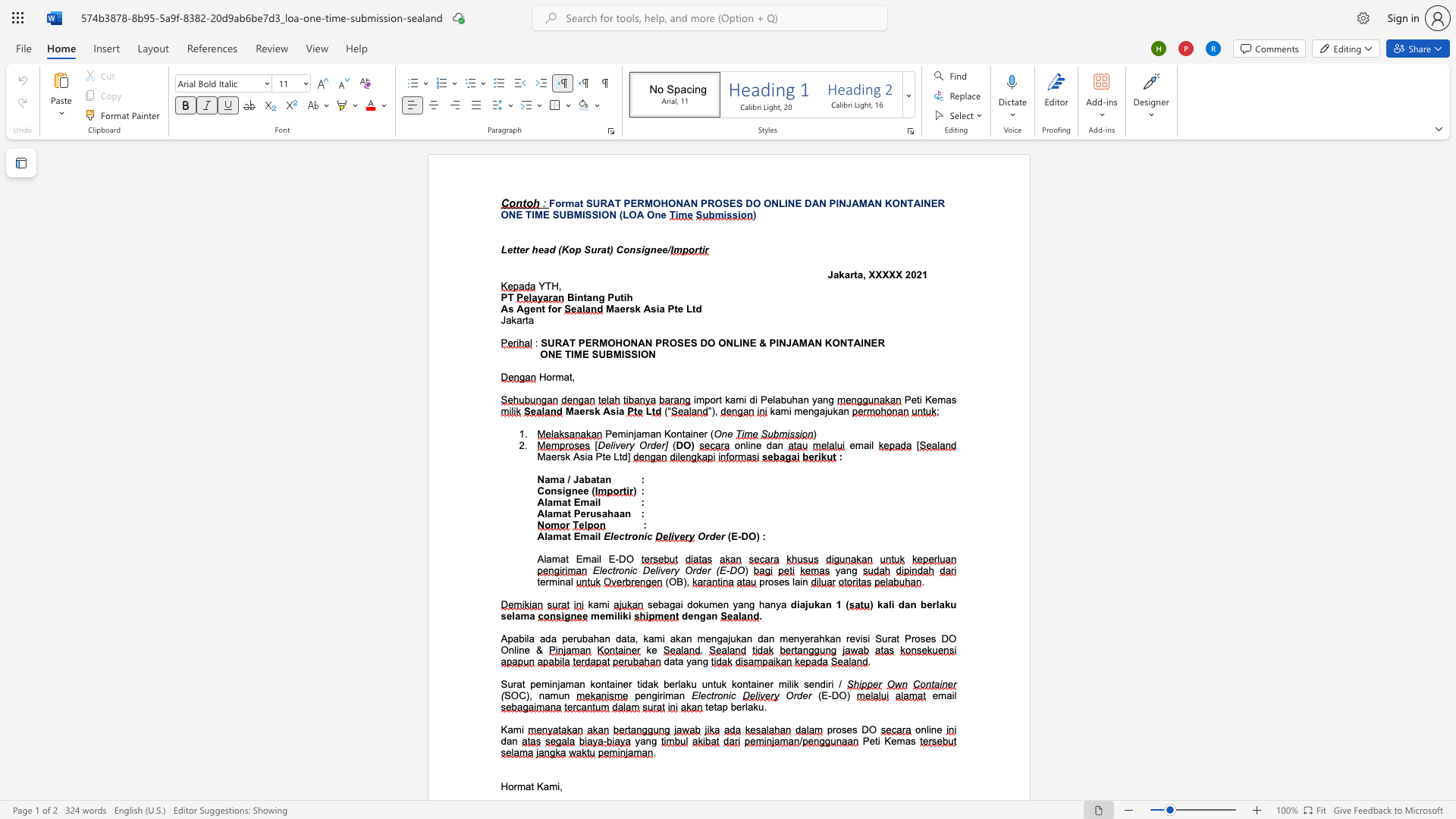  What do you see at coordinates (544, 559) in the screenshot?
I see `the subset text "lamat Email E-D" within the text "Alamat Email E-DO"` at bounding box center [544, 559].